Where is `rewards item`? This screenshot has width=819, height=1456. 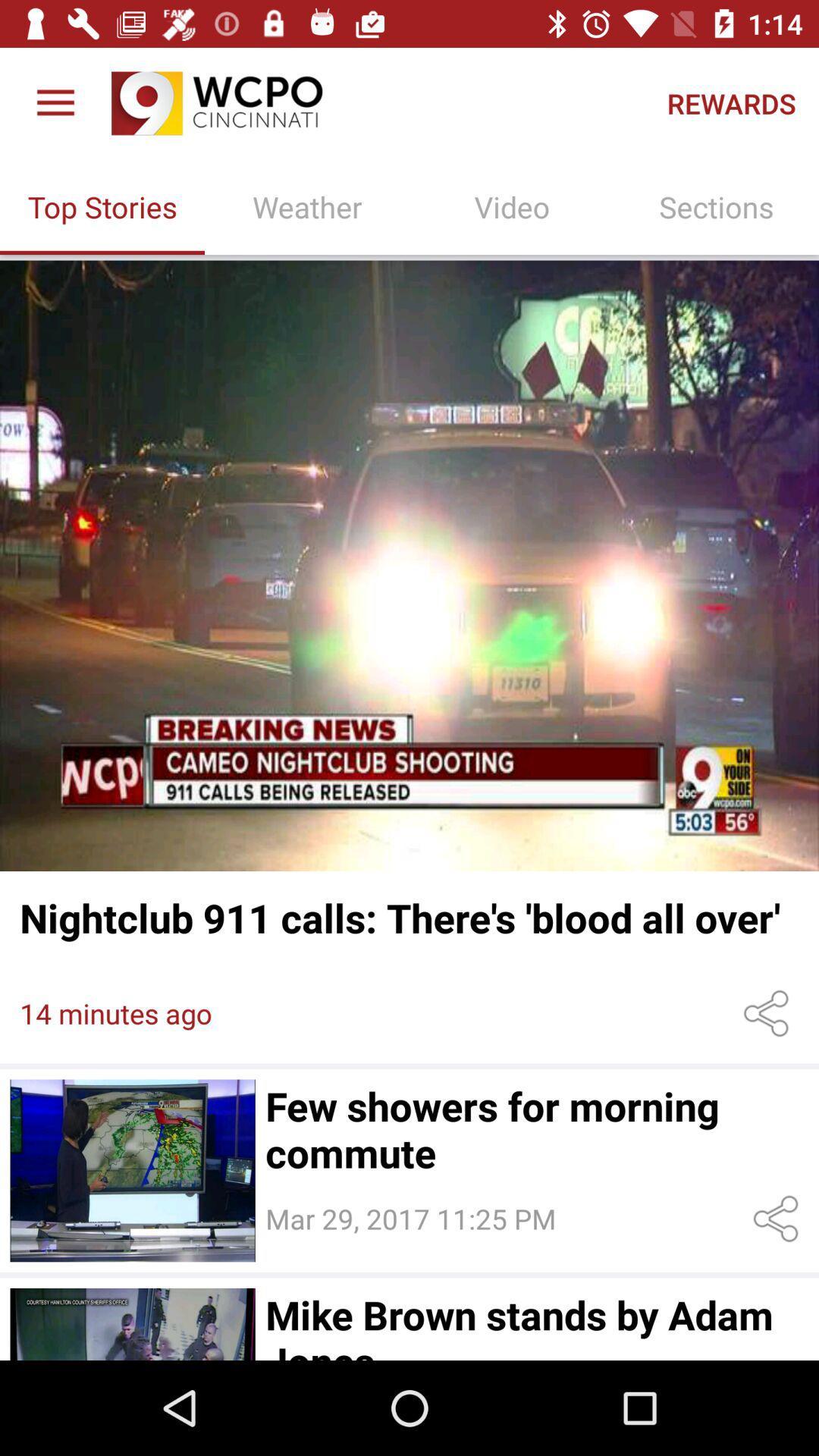
rewards item is located at coordinates (730, 102).